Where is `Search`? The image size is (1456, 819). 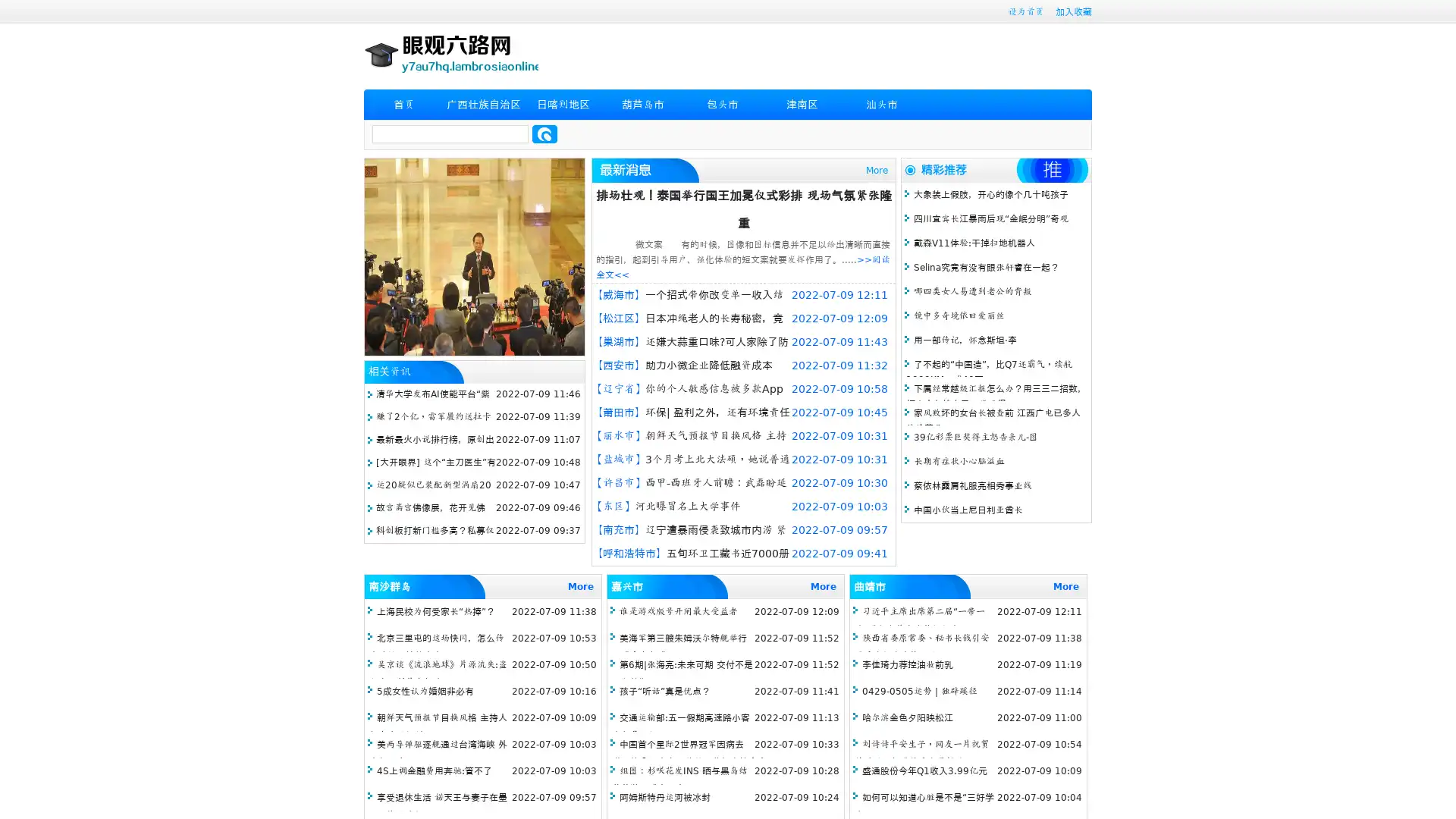 Search is located at coordinates (544, 133).